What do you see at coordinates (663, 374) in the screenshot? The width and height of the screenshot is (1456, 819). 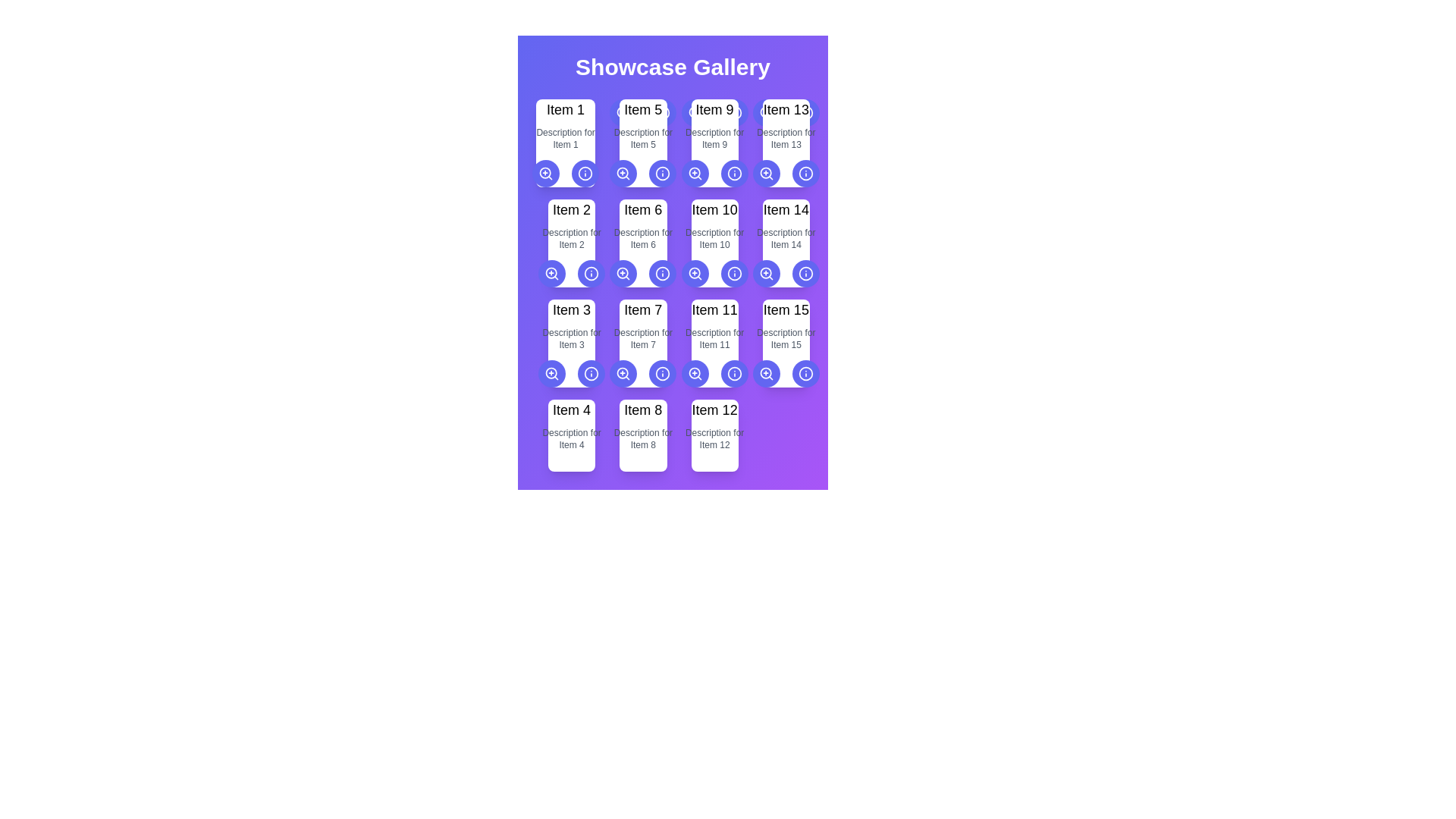 I see `the circular icon with an outlined exclamation mark located at the bottom right corner of the 'Item 7' card layout` at bounding box center [663, 374].